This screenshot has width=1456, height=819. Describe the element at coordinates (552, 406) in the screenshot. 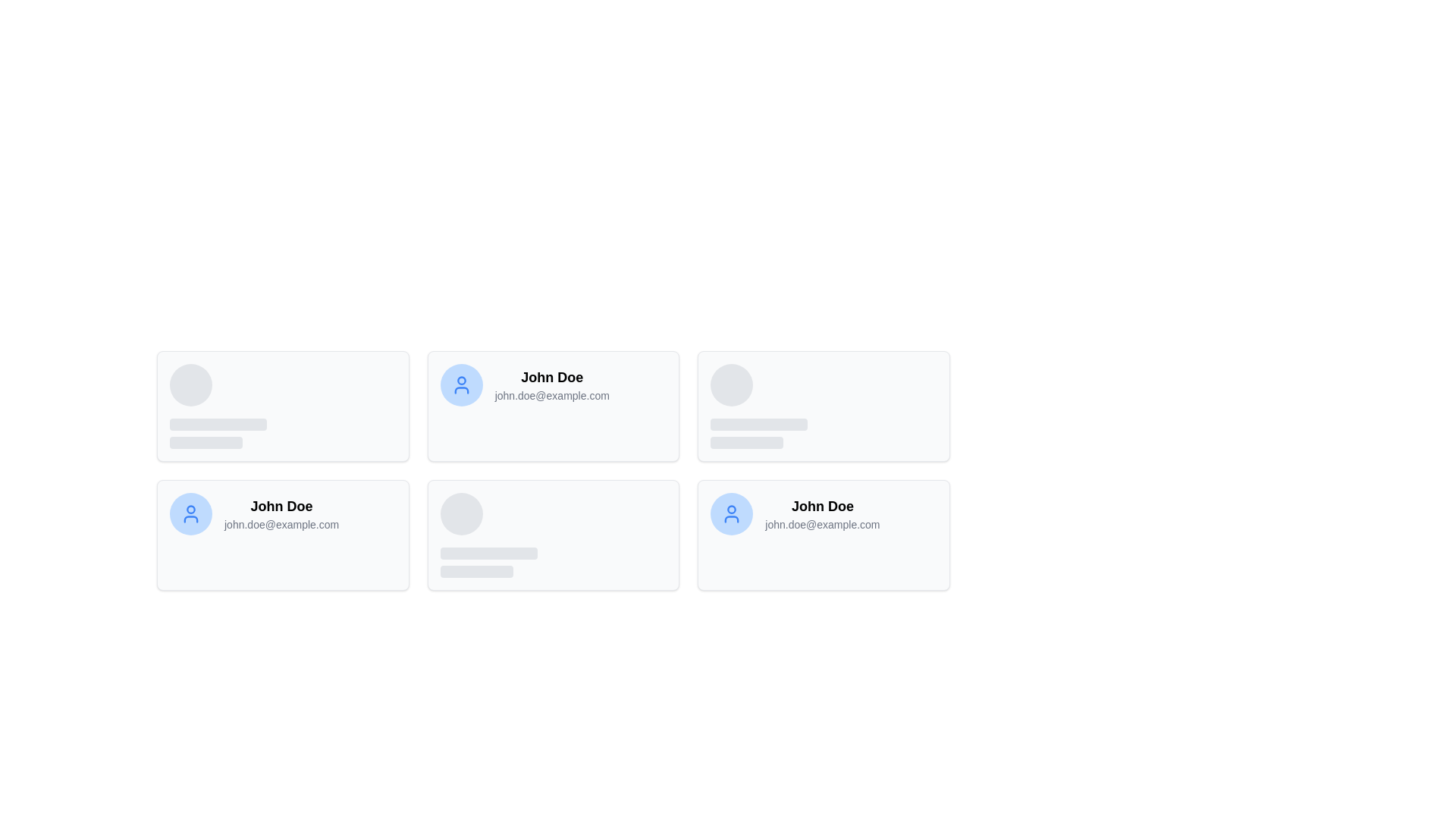

I see `on the Profile card element located in the second column of the first row of the grid layout` at that location.